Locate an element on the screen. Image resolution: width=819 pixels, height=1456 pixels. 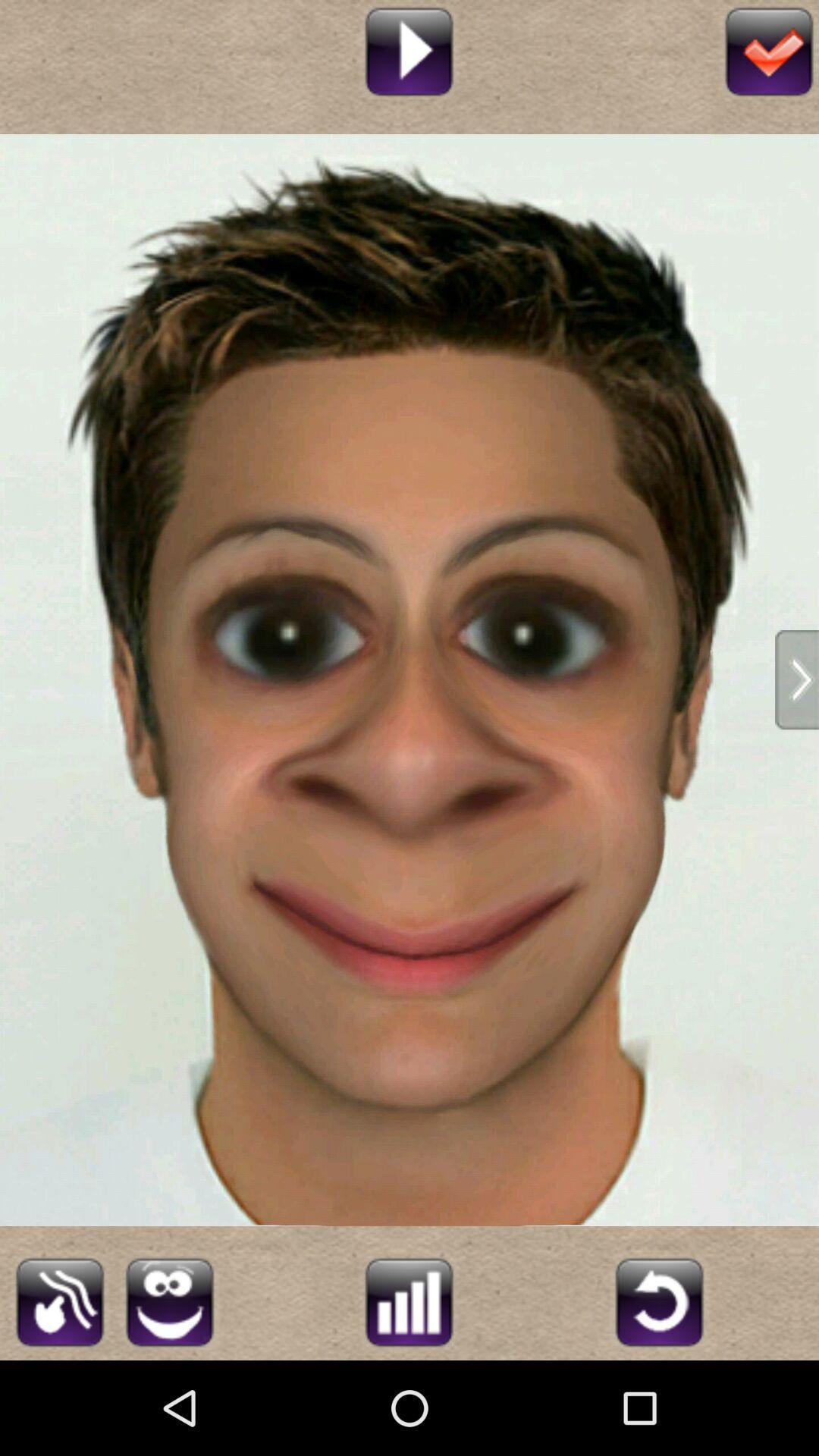
the emoji icon is located at coordinates (169, 1392).